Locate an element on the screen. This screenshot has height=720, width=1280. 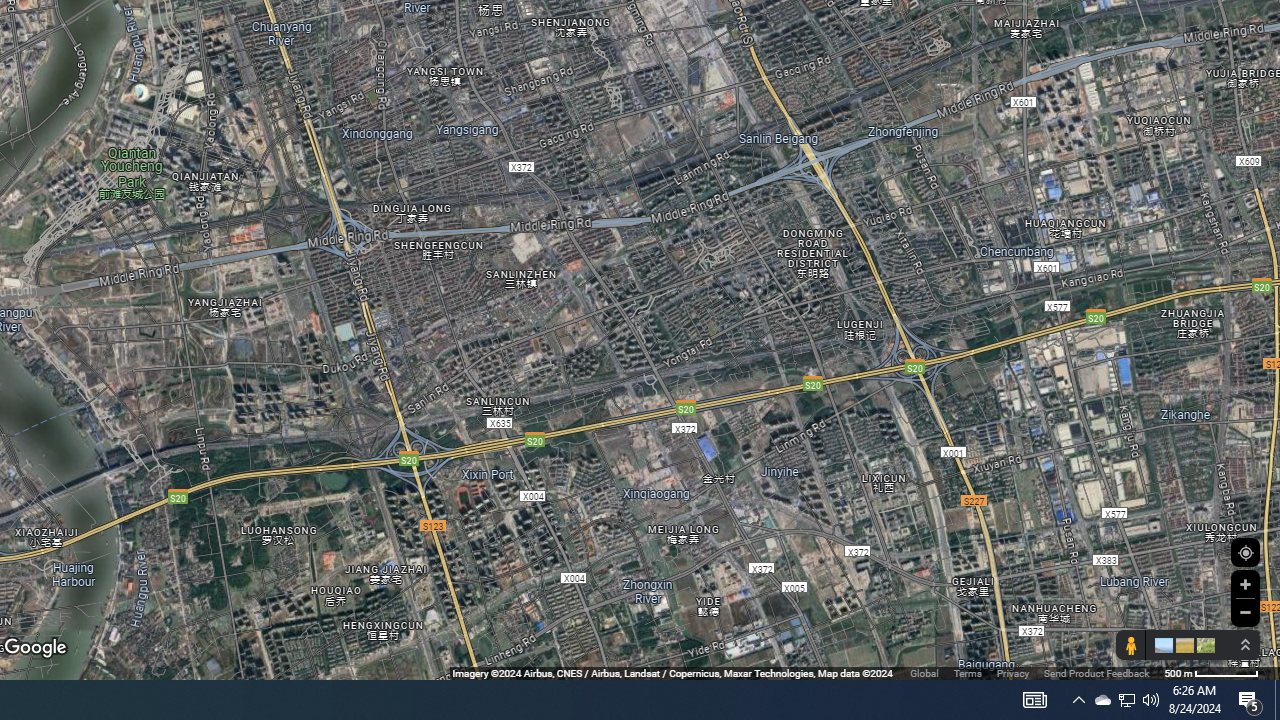
'Show Street View coverage' is located at coordinates (1130, 645).